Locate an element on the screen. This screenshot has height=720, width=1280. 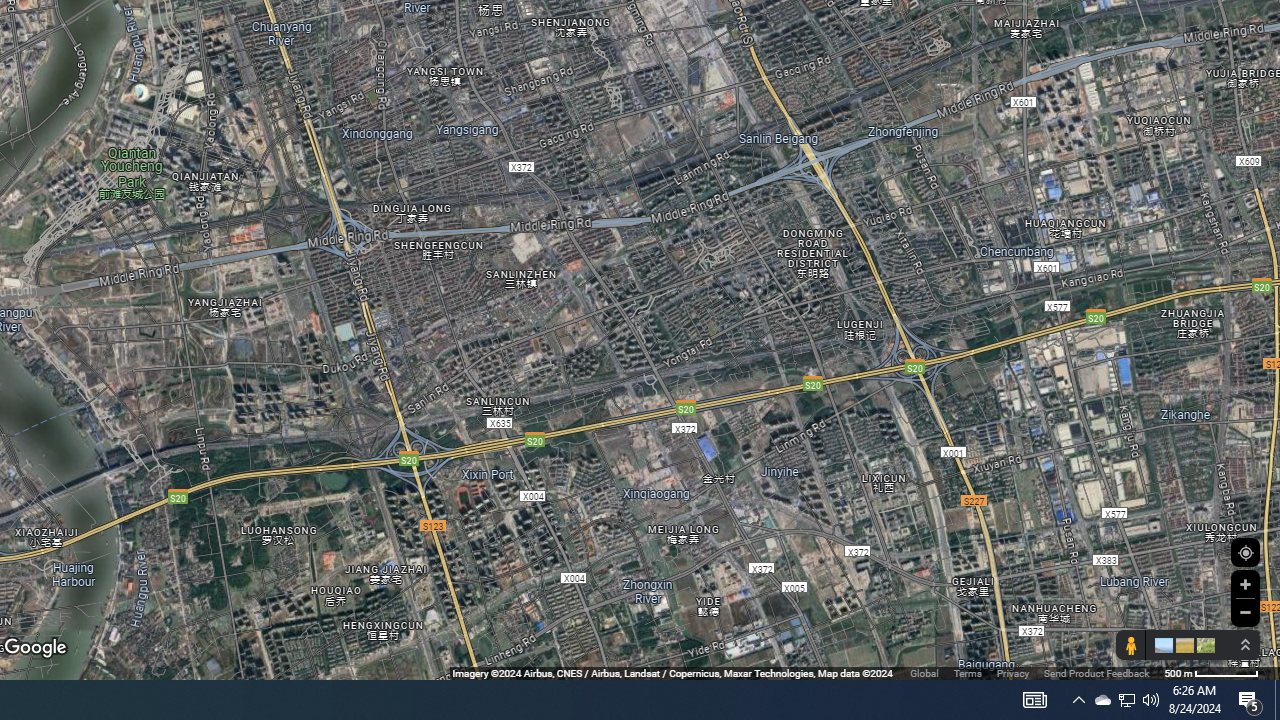
'Show Street View coverage' is located at coordinates (1130, 645).